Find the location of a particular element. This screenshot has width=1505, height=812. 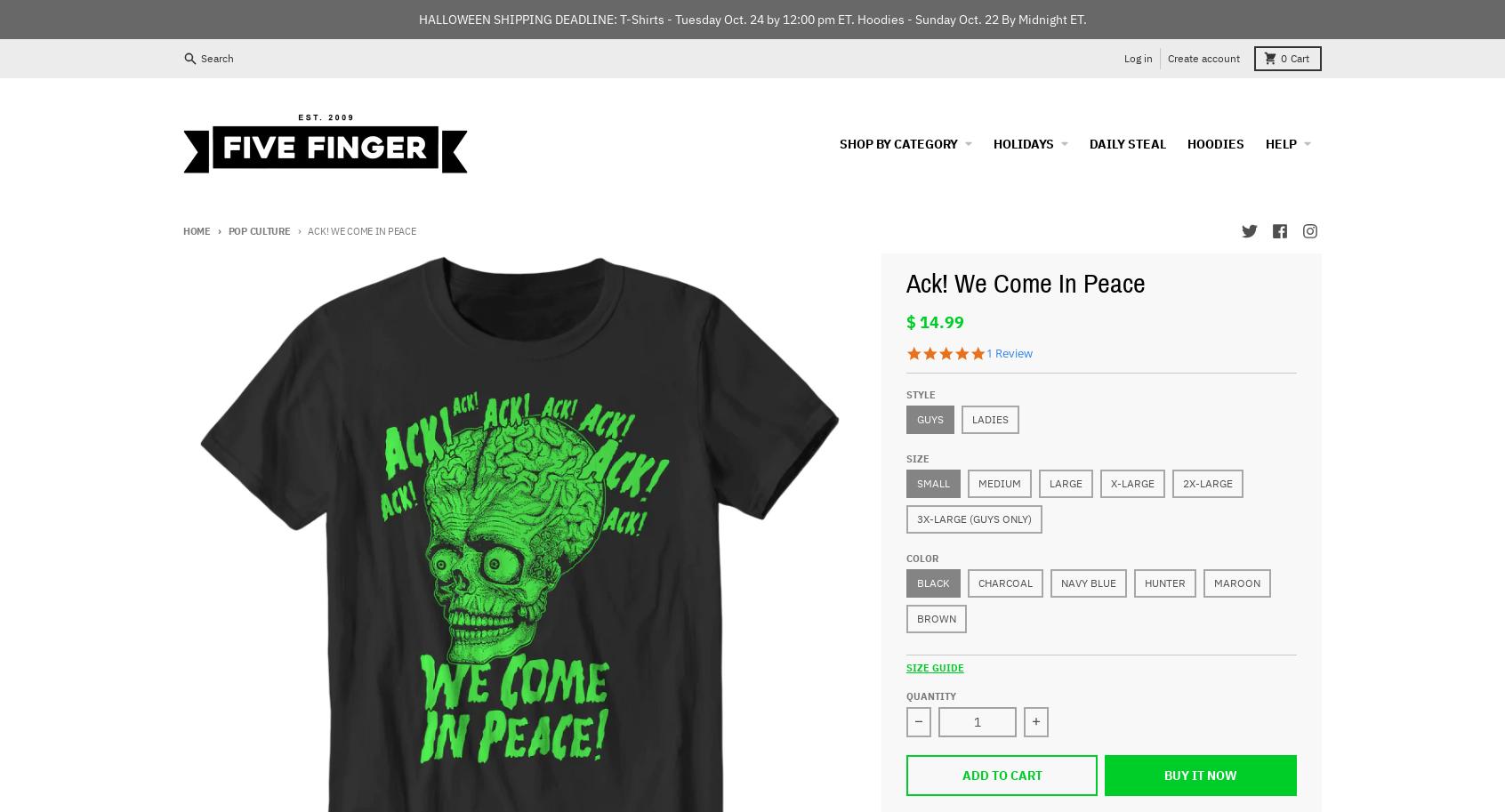

'Black' is located at coordinates (931, 581).